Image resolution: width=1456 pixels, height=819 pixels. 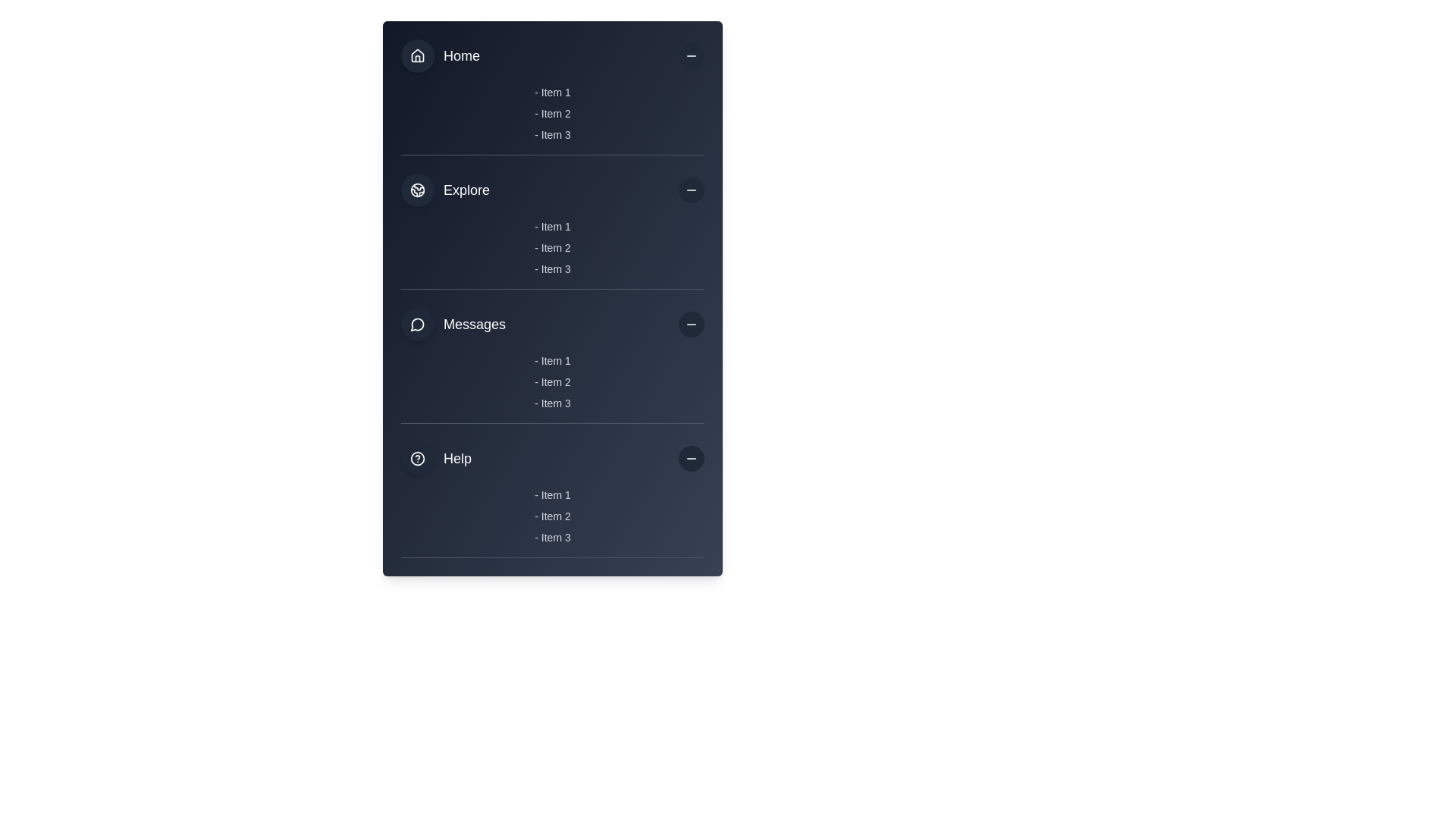 I want to click on the third text label in the 'Messages' section, which conveys information and follows '- Item 1' and '- Item 2', so click(x=552, y=403).